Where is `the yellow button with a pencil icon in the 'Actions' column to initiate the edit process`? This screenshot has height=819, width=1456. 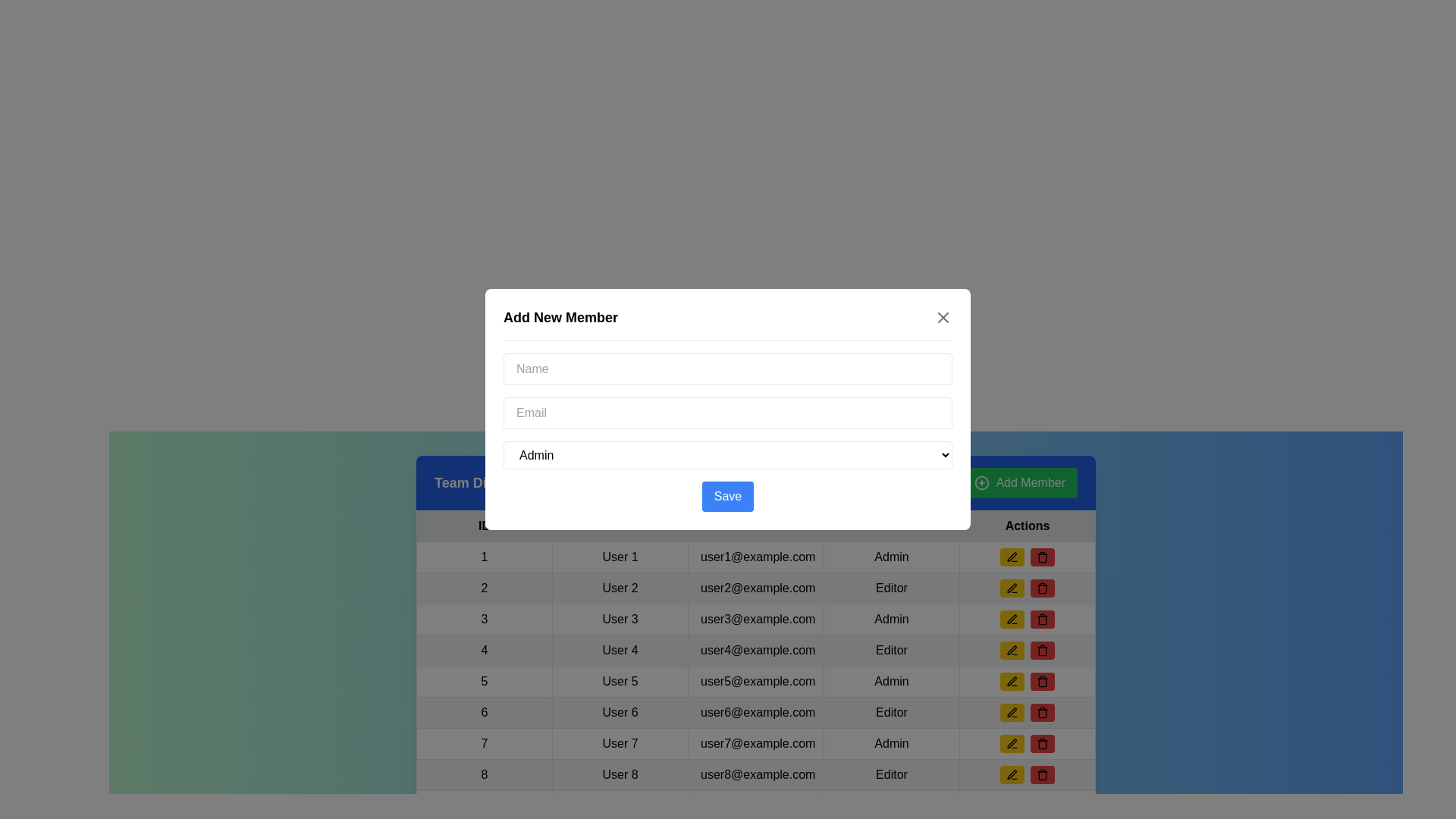
the yellow button with a pencil icon in the 'Actions' column to initiate the edit process is located at coordinates (1012, 775).